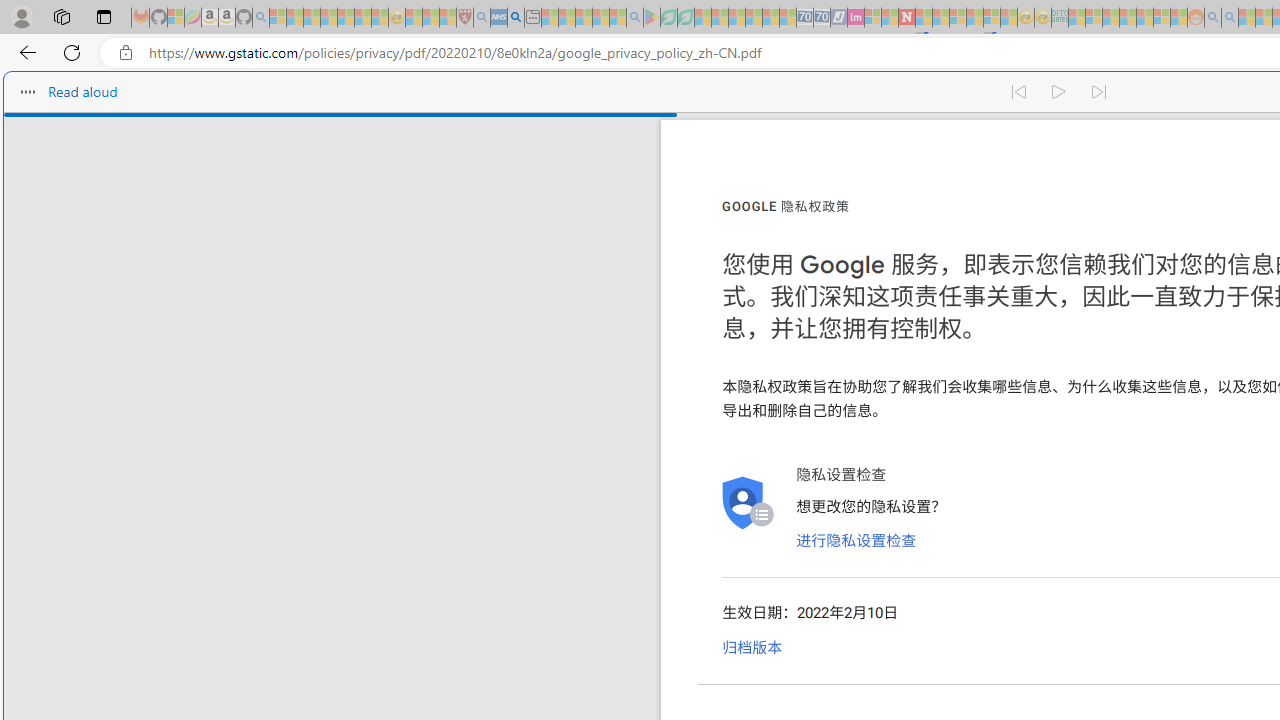 Image resolution: width=1280 pixels, height=720 pixels. I want to click on 'Robert H. Shmerling, MD - Harvard Health - Sleeping', so click(464, 17).